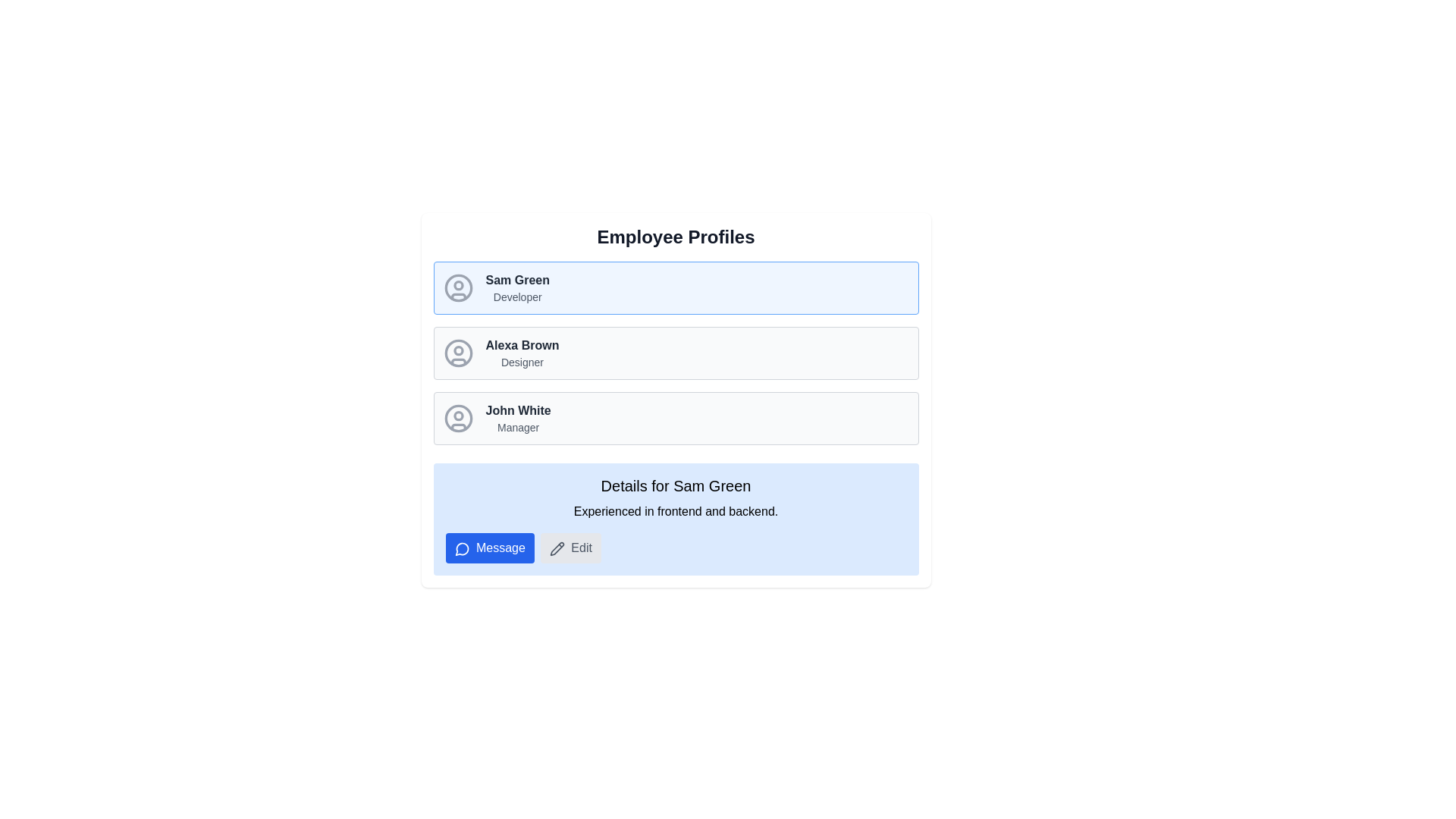 The width and height of the screenshot is (1456, 819). I want to click on the pencil icon within the 'Edit' button located at the bottom-right of the section containing details about 'Sam Green', so click(556, 548).